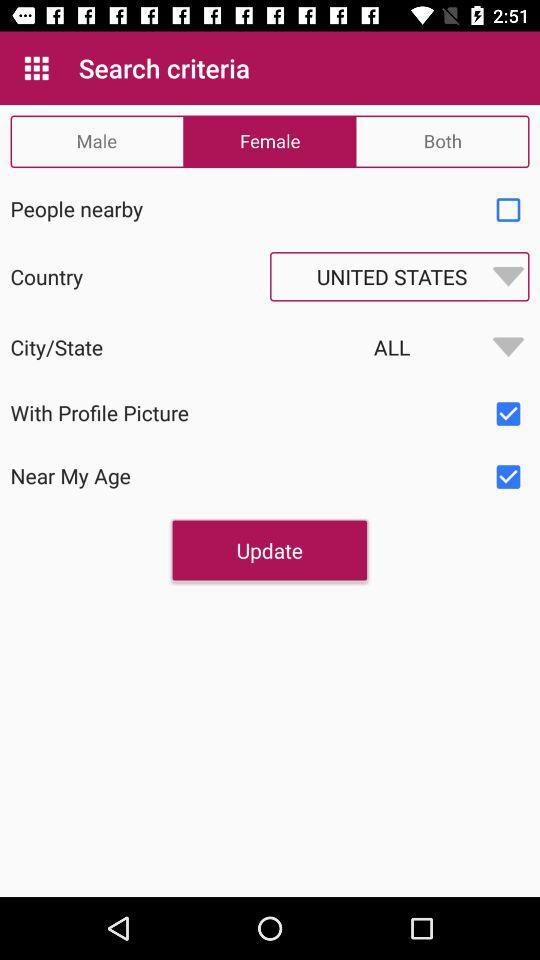 This screenshot has width=540, height=960. What do you see at coordinates (508, 210) in the screenshot?
I see `check on the people nearby option` at bounding box center [508, 210].